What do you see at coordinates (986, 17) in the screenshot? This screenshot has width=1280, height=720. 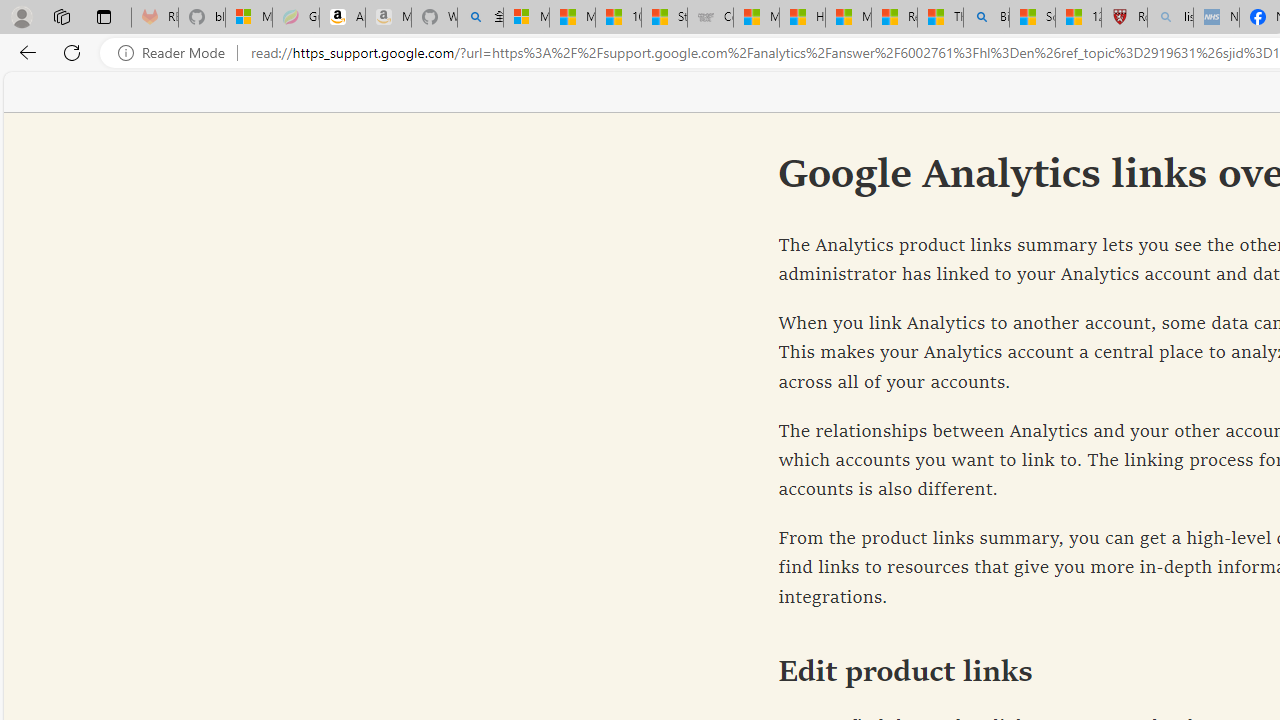 I see `'Bing'` at bounding box center [986, 17].